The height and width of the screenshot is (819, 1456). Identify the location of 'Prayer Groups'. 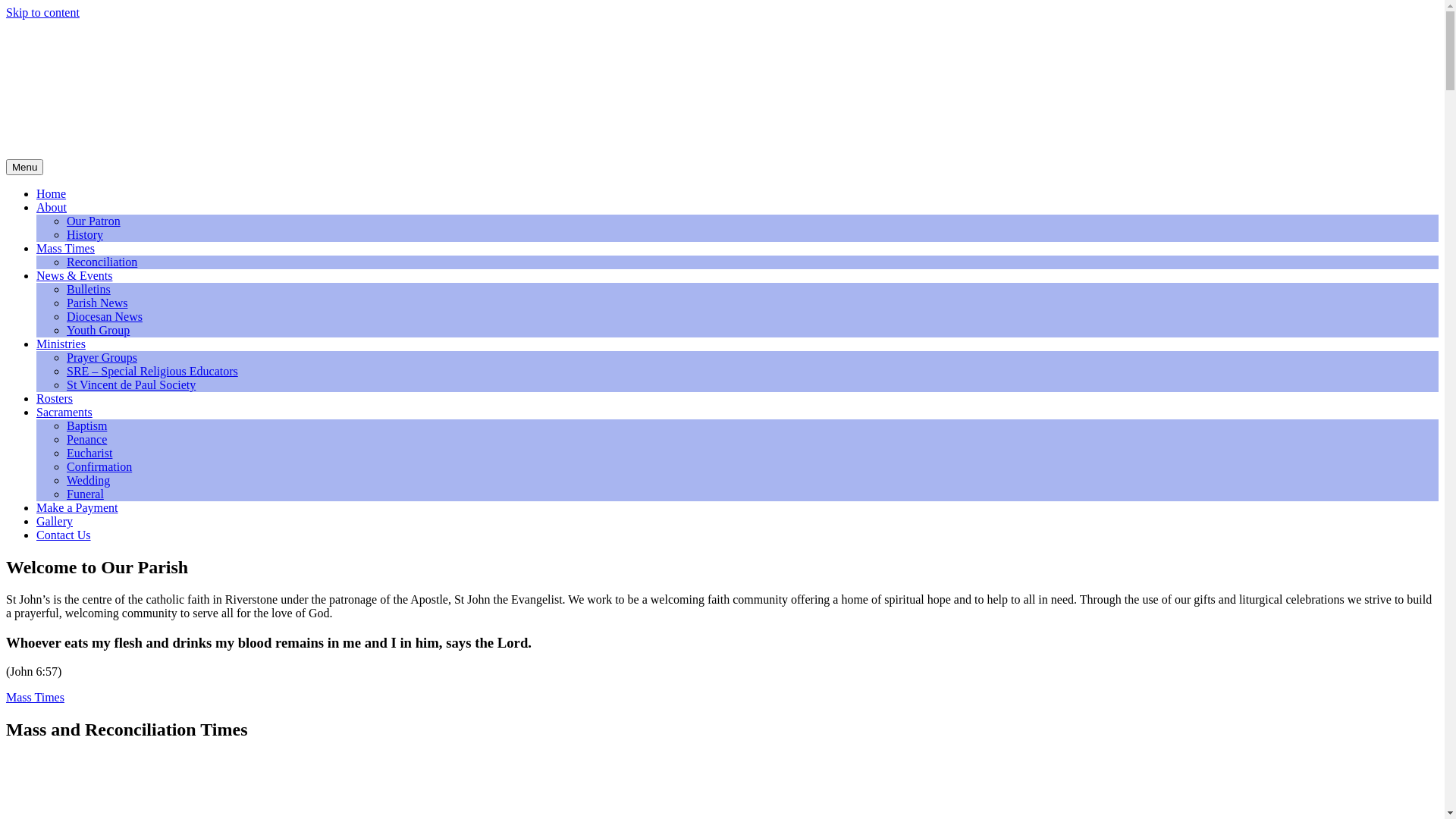
(101, 357).